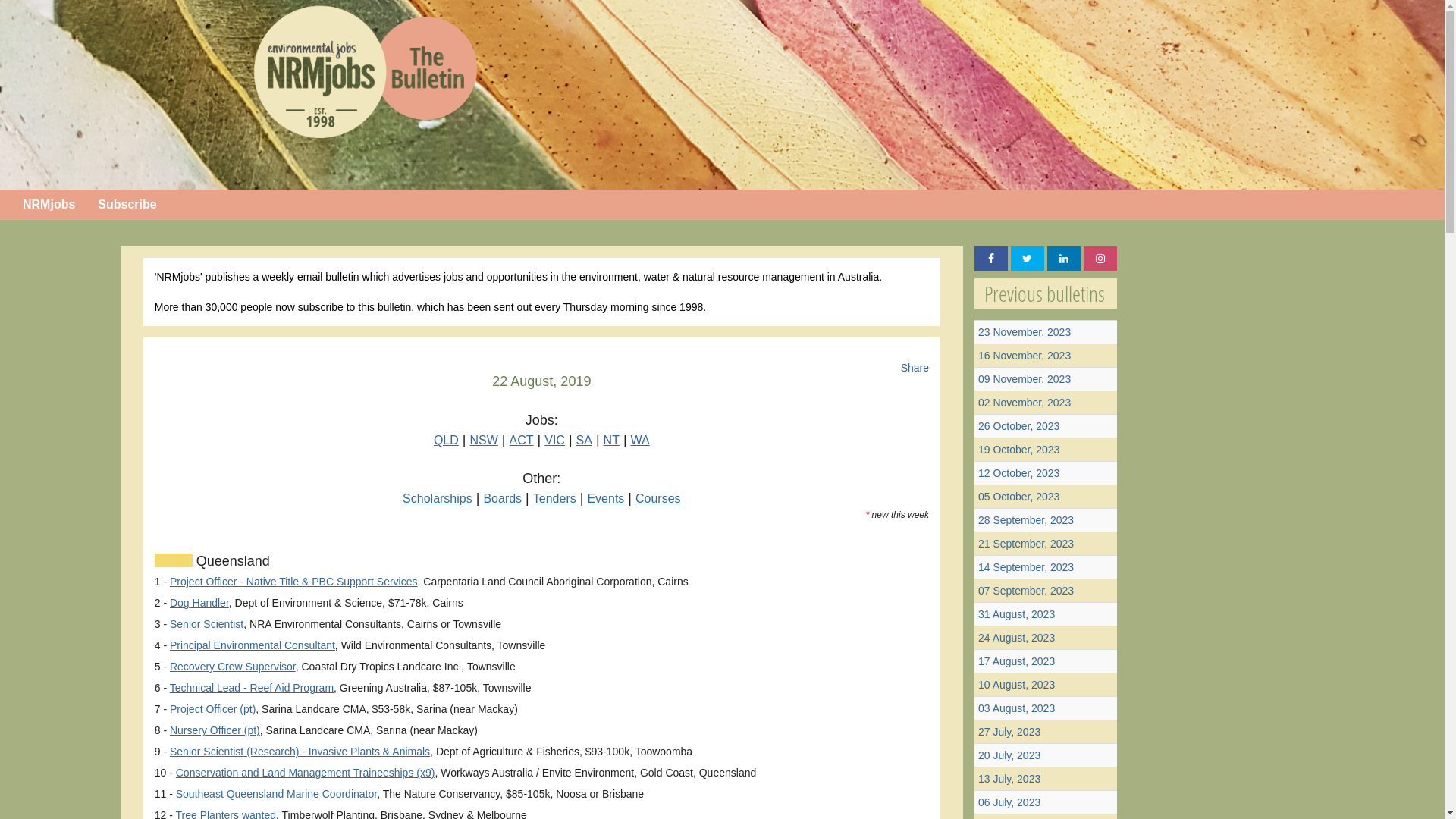 The image size is (1456, 819). Describe the element at coordinates (212, 708) in the screenshot. I see `'Project Officer (pt)'` at that location.